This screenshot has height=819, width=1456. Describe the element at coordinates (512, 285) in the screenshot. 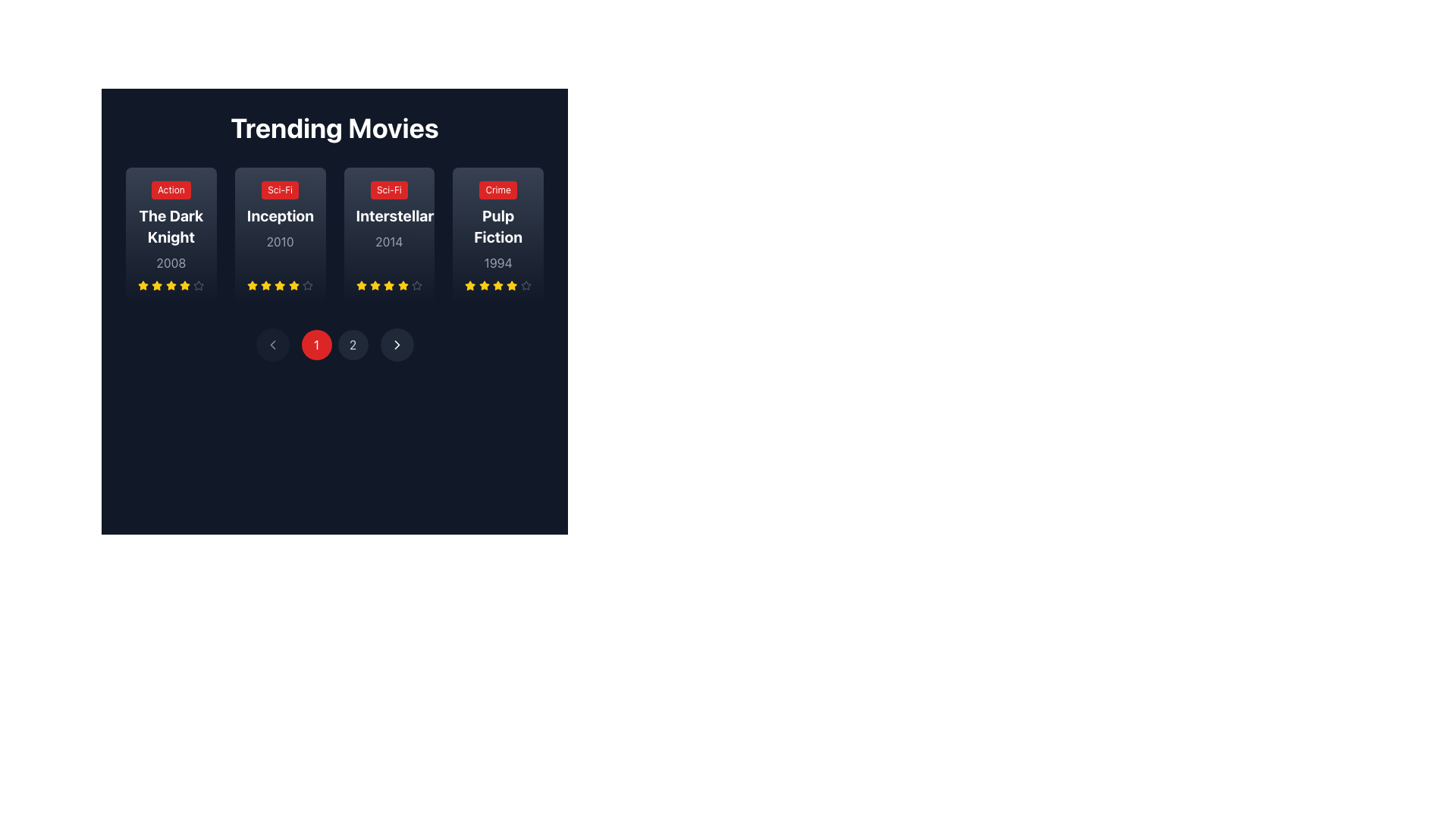

I see `the fifth rating star in the horizontal group of star icons for the movie 'Pulp Fiction' in the 'Trending Movies' section to rate it` at that location.